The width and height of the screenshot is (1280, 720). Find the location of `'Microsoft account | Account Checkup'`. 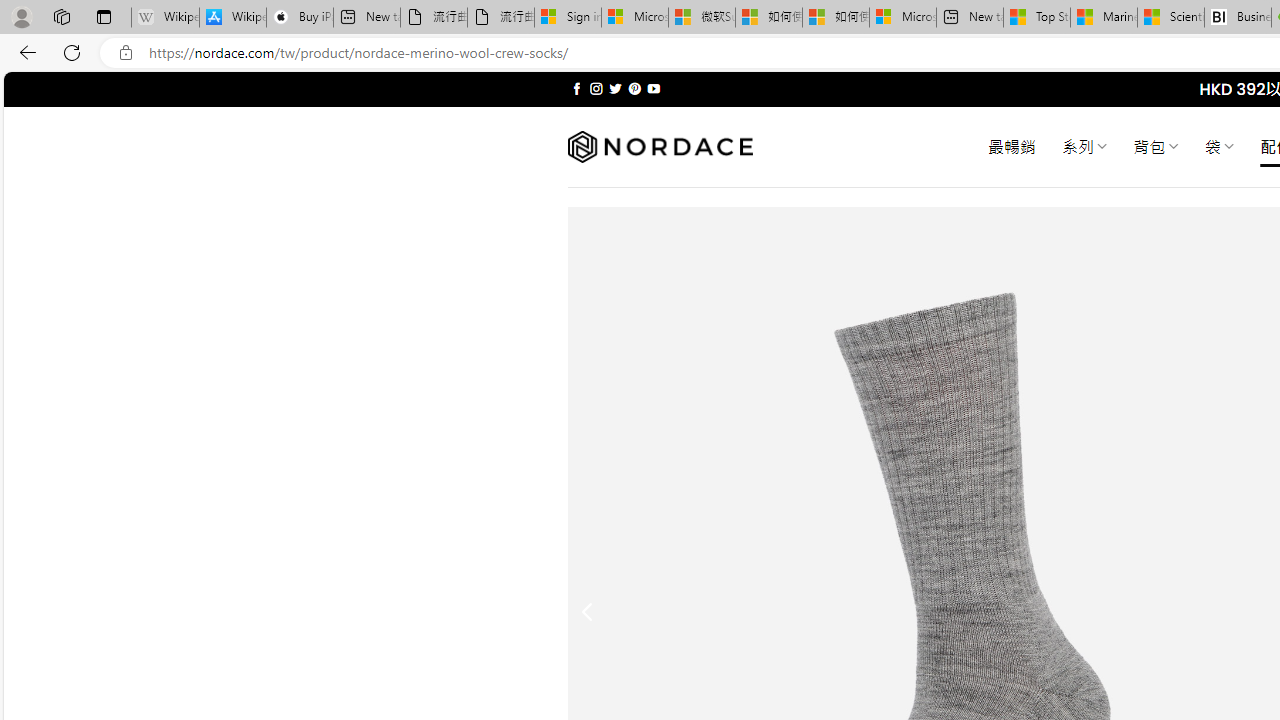

'Microsoft account | Account Checkup' is located at coordinates (902, 17).